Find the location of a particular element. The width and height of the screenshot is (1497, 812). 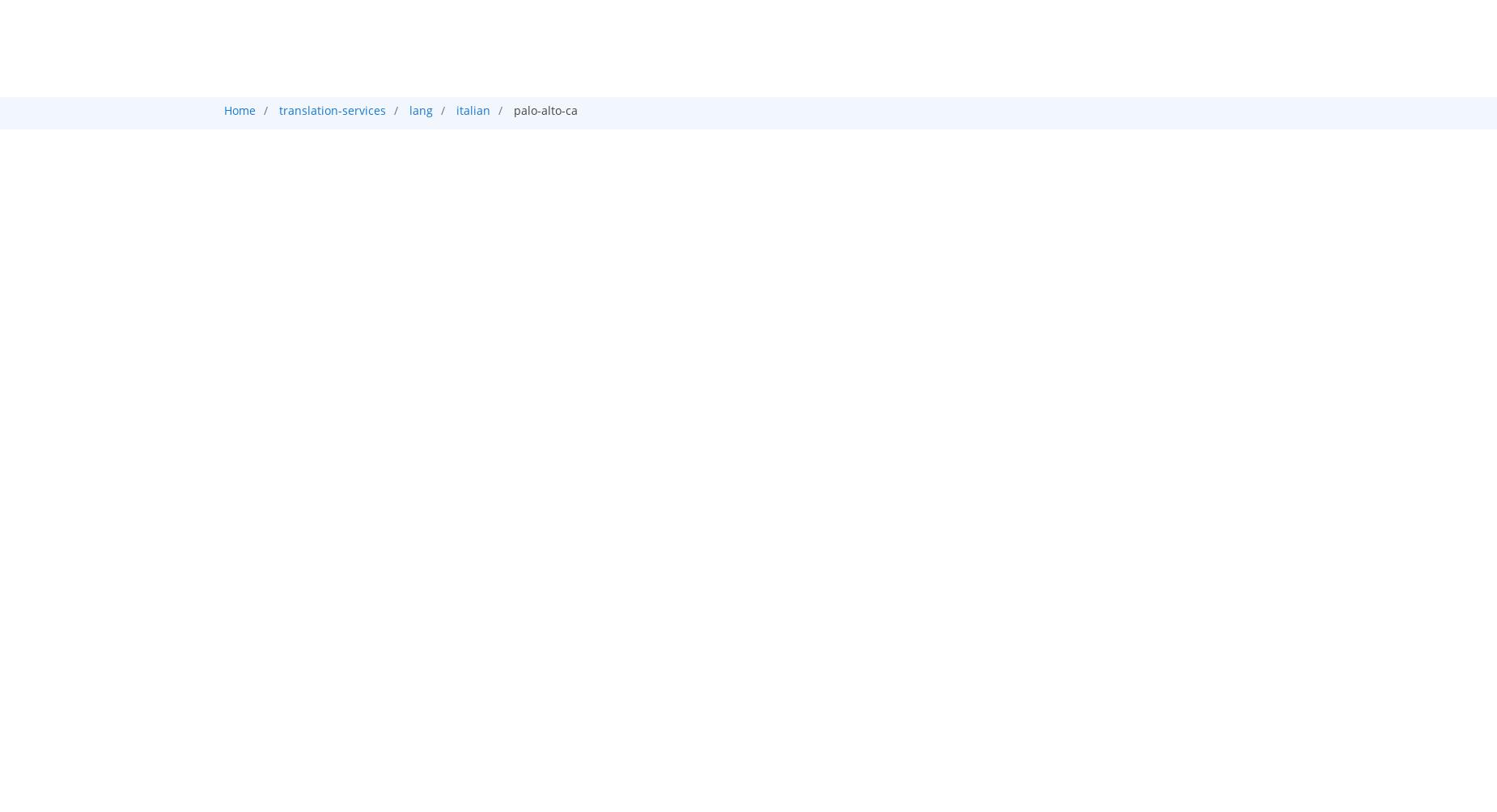

'From the vast global locations, we have registered our strong presence in various parts of the world including the major locations that are listed below' is located at coordinates (693, 426).